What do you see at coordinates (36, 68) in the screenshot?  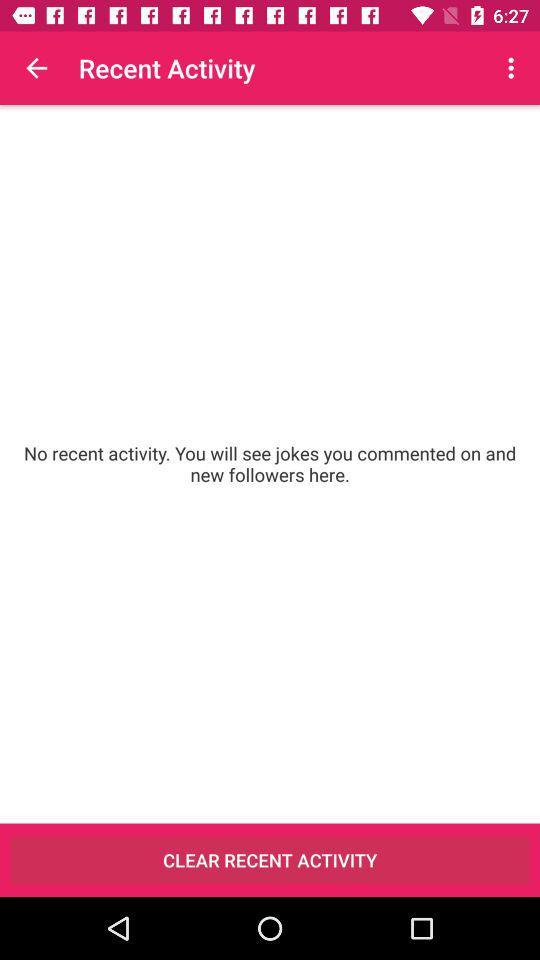 I see `the app next to the recent activity icon` at bounding box center [36, 68].